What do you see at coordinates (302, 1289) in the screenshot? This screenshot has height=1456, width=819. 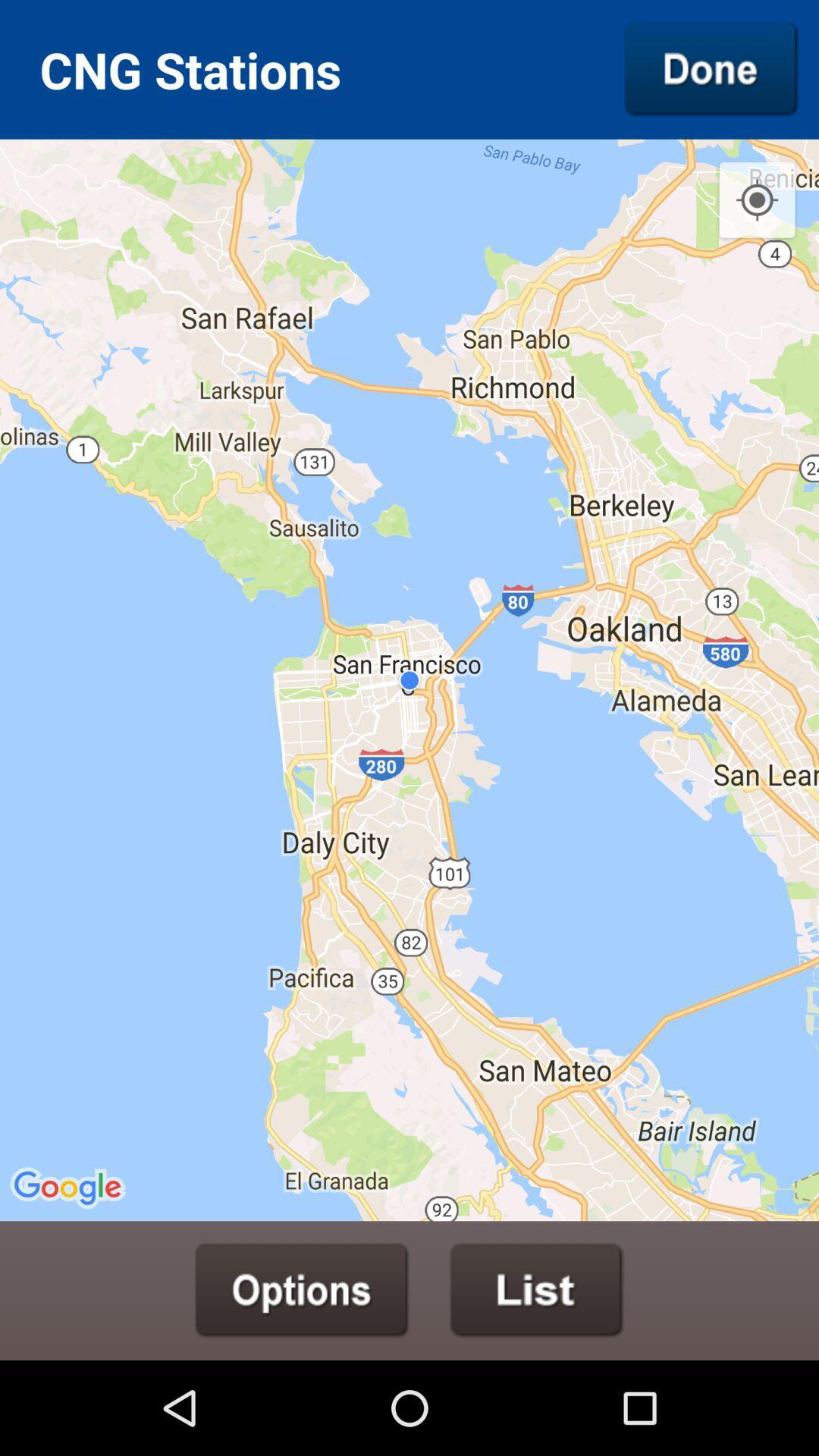 I see `explore options` at bounding box center [302, 1289].